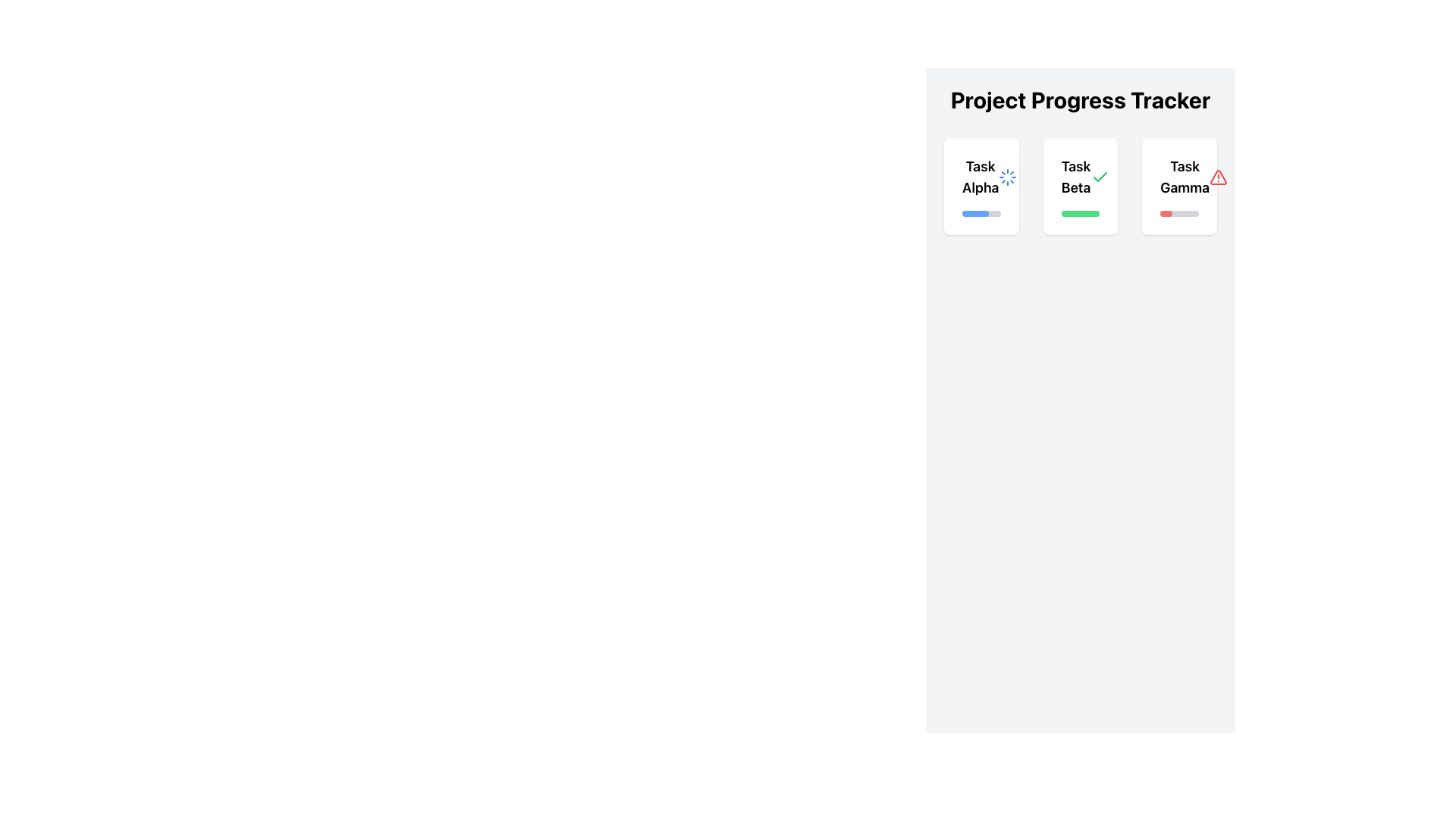  I want to click on the green check mark icon within the 'Task Beta' card in the 'Project Progress Tracker' section, located in the middle column, so click(1100, 176).